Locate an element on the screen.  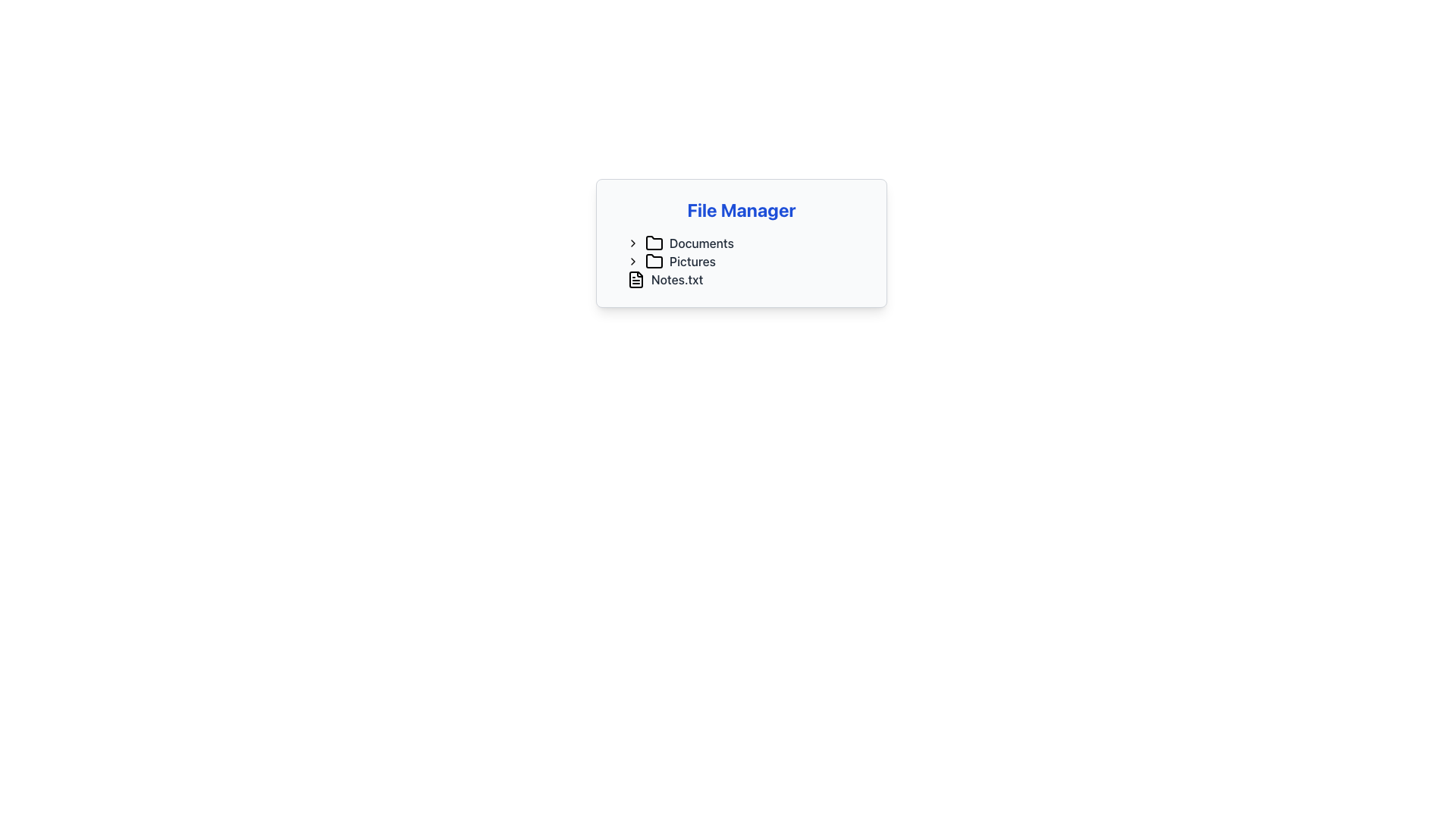
the rightward chevron icon next to the 'Pictures' label in the file manager interface is located at coordinates (633, 260).